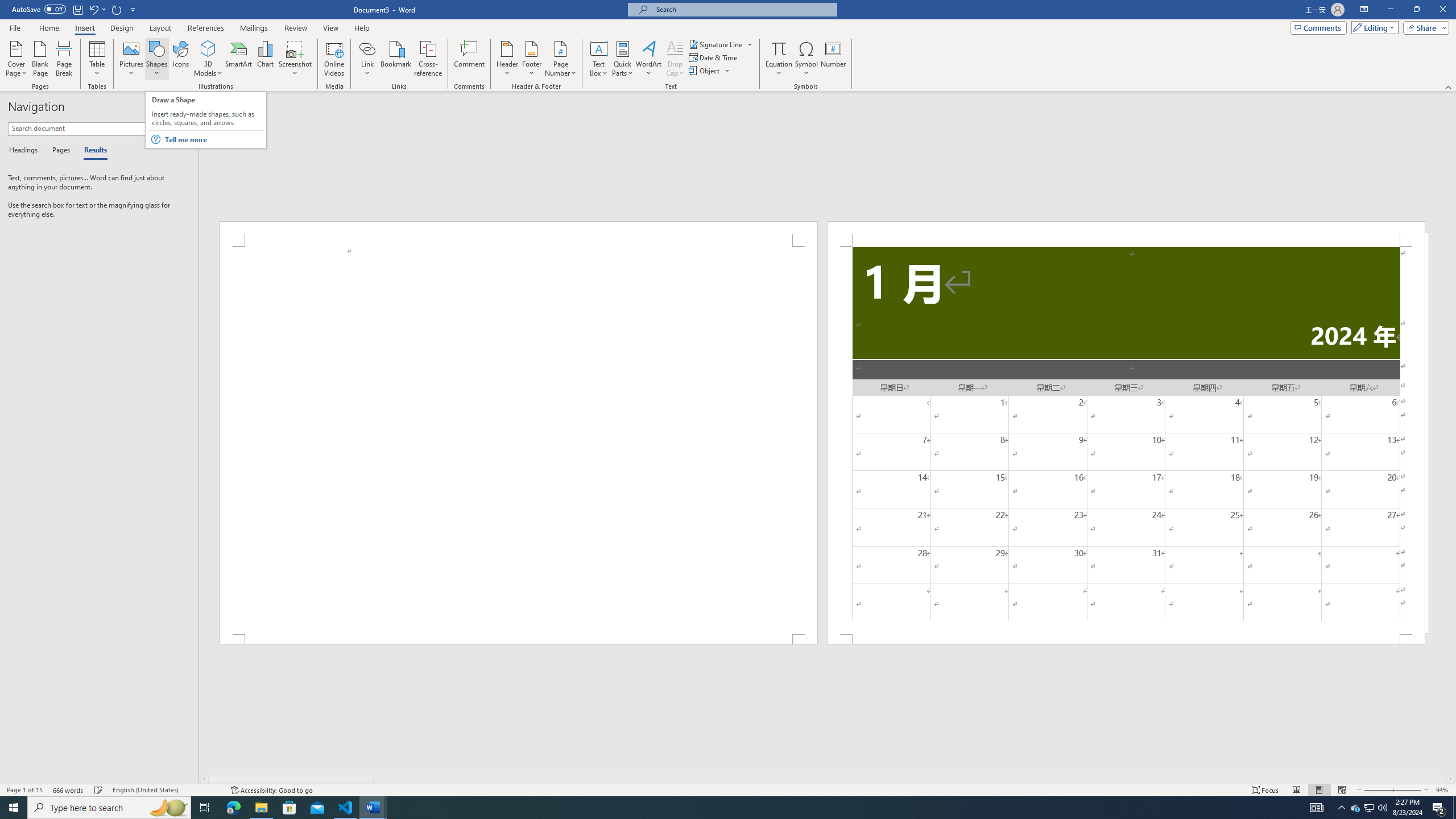  I want to click on 'Page Break', so click(63, 59).